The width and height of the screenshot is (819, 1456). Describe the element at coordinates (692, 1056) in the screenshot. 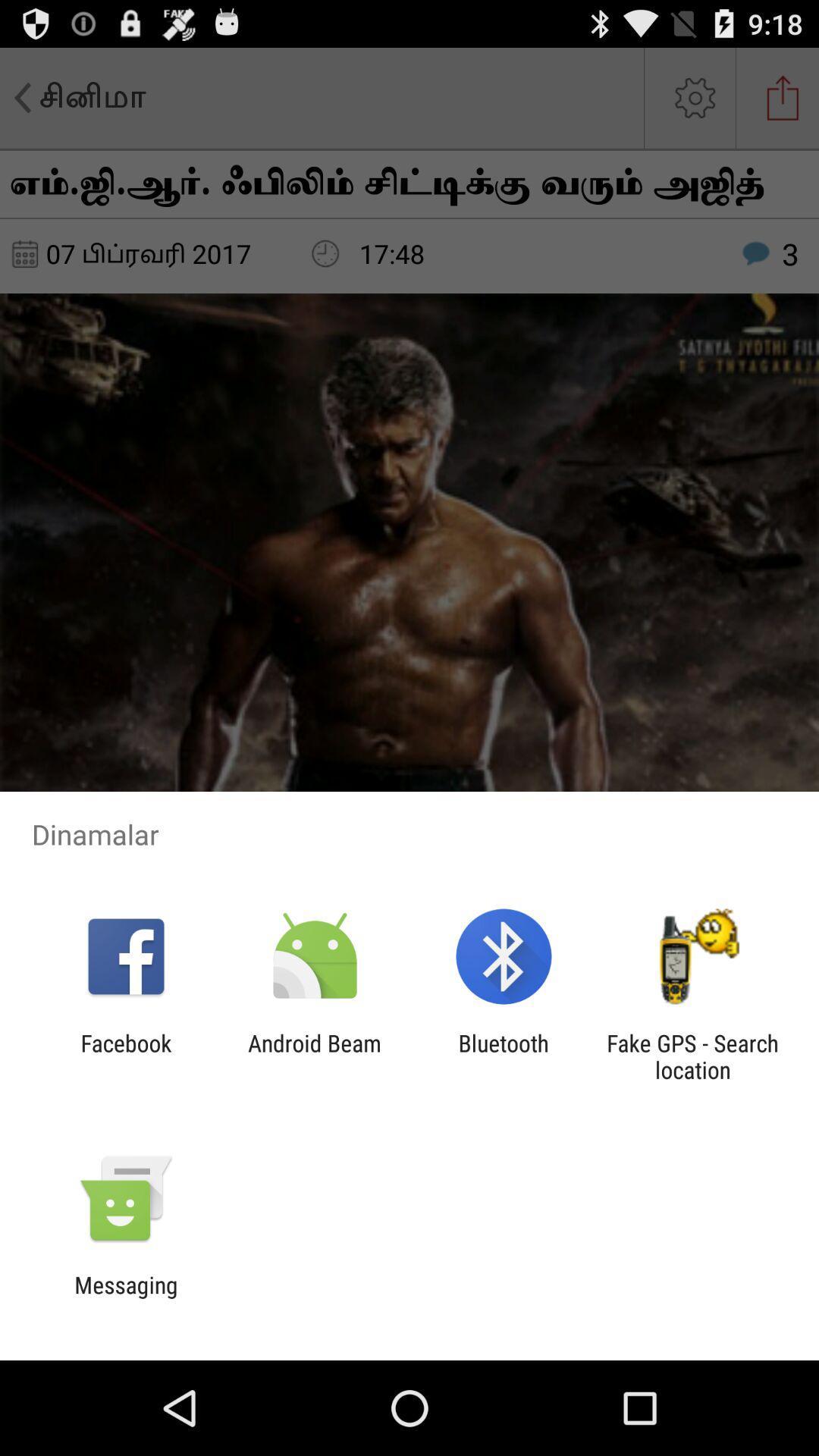

I see `the item next to the bluetooth item` at that location.